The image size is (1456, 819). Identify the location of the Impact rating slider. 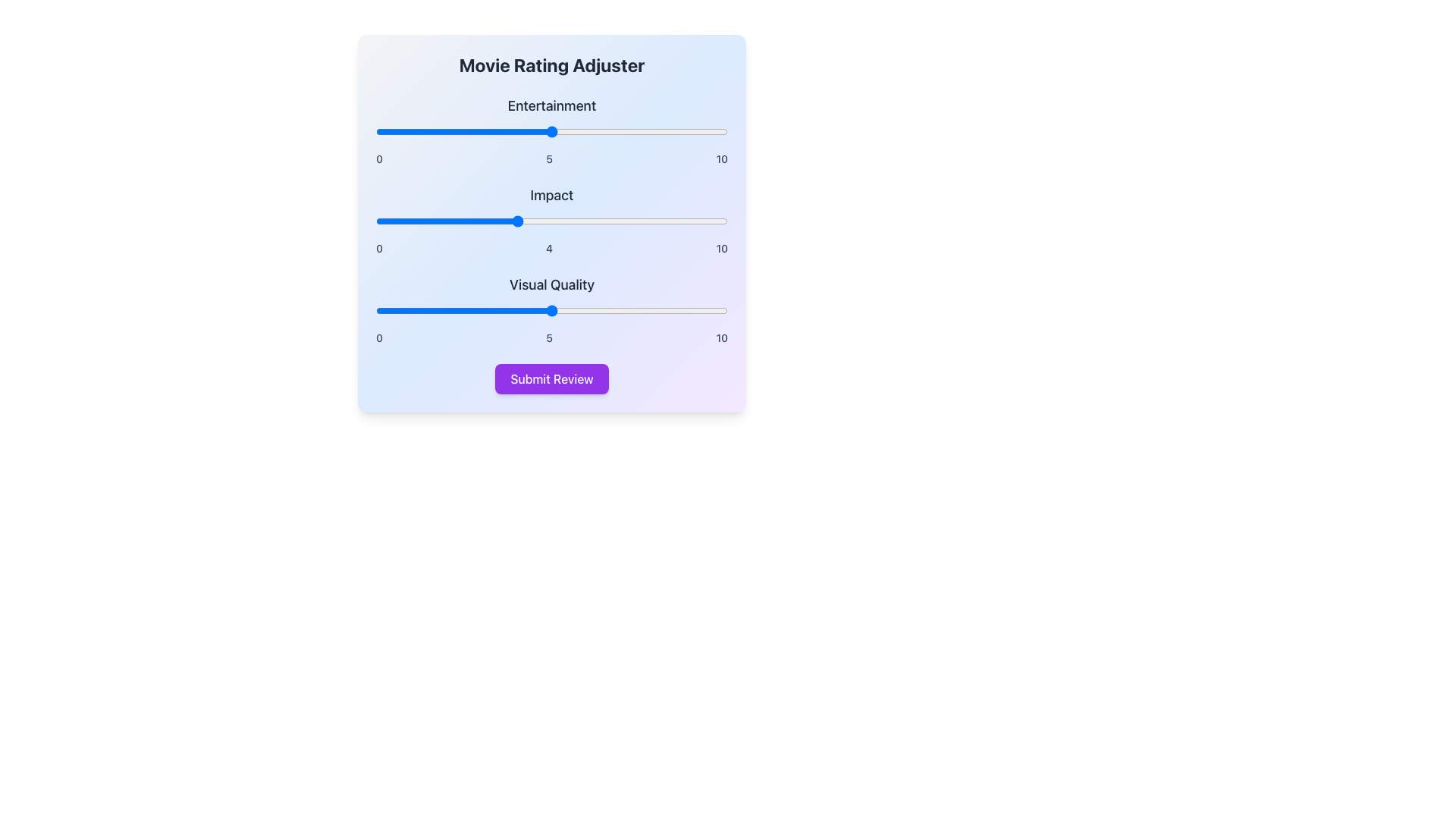
(586, 221).